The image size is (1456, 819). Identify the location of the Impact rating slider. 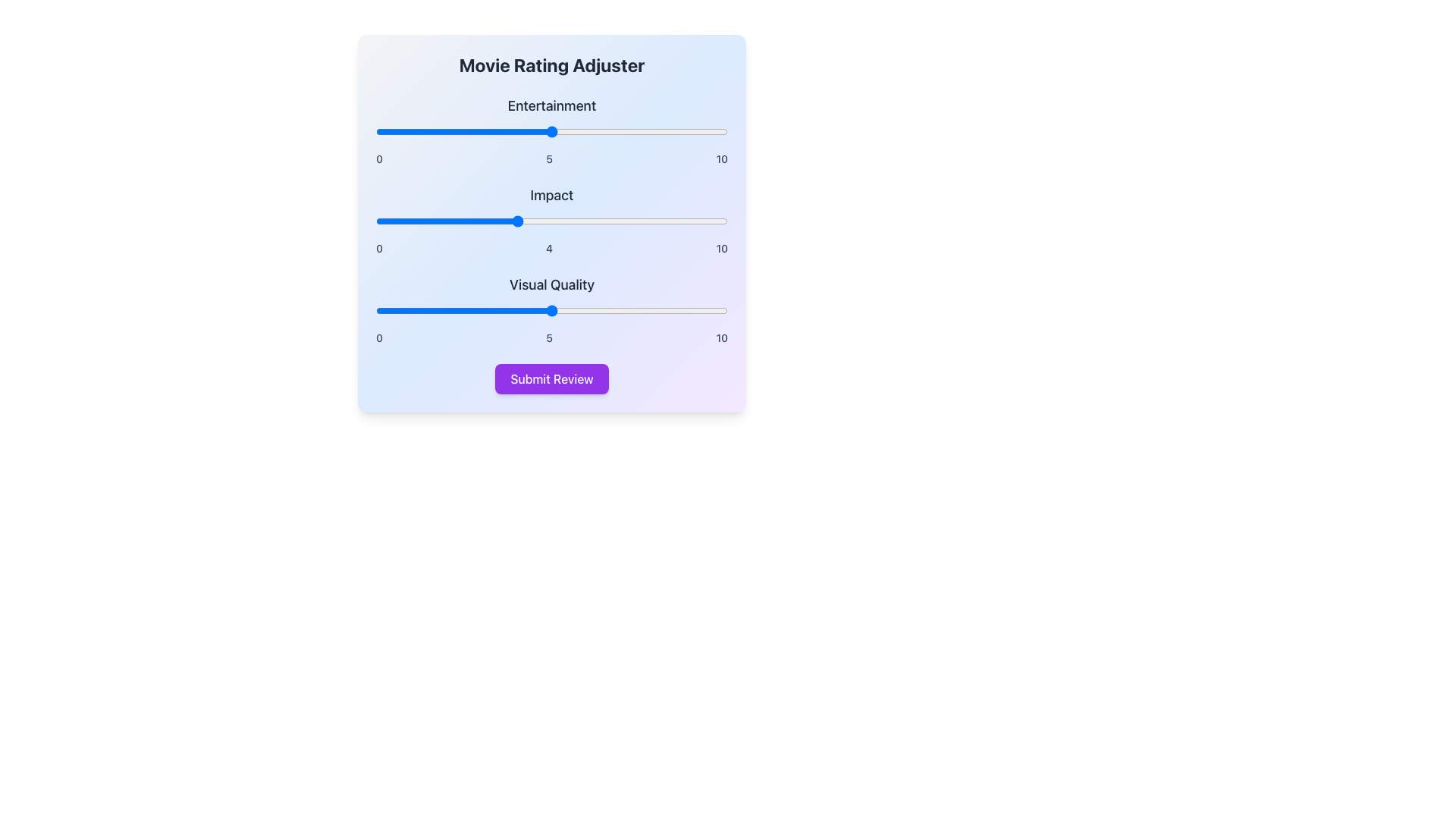
(586, 221).